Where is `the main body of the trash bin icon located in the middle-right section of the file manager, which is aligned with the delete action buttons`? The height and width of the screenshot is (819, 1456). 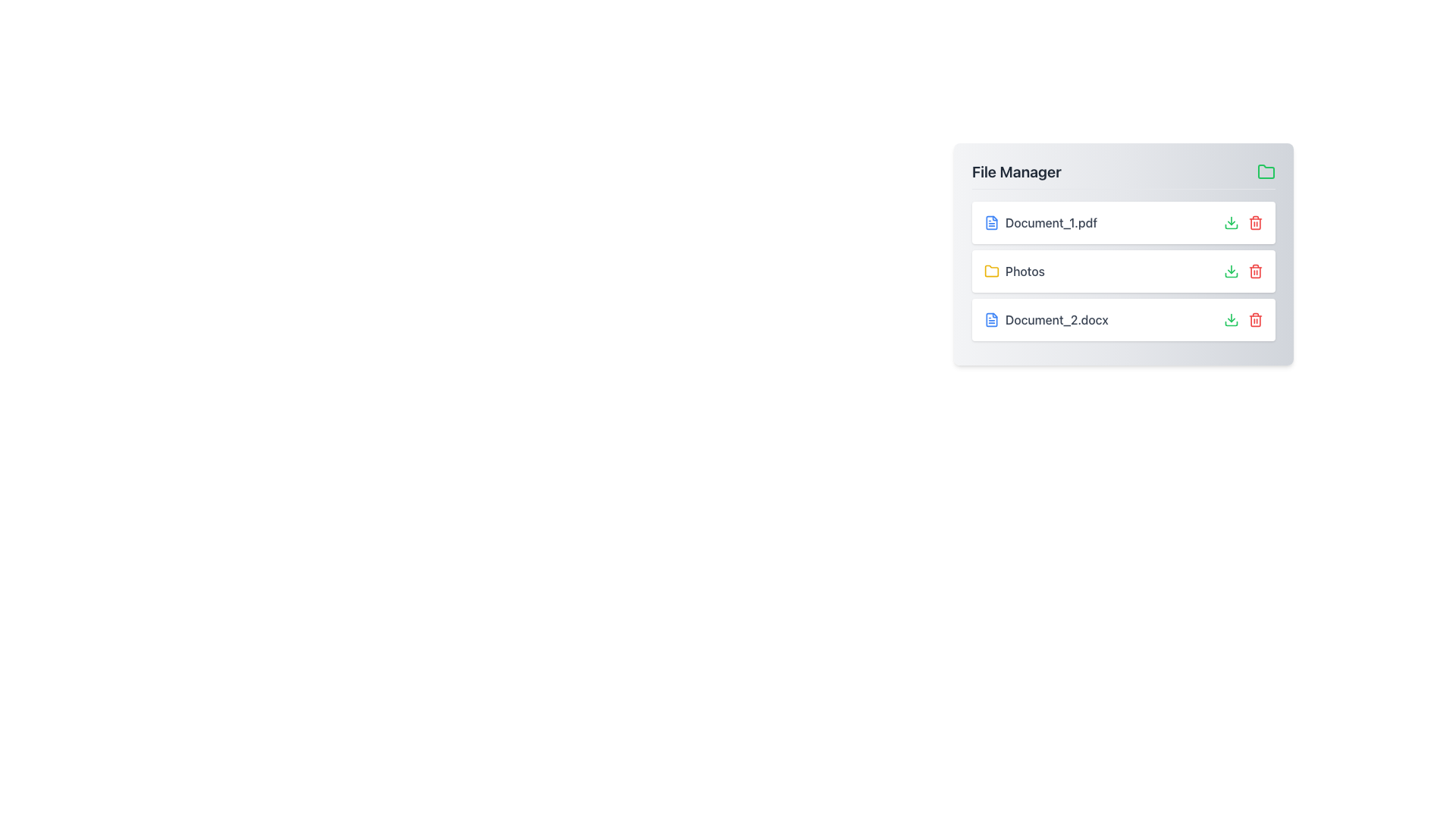
the main body of the trash bin icon located in the middle-right section of the file manager, which is aligned with the delete action buttons is located at coordinates (1256, 271).